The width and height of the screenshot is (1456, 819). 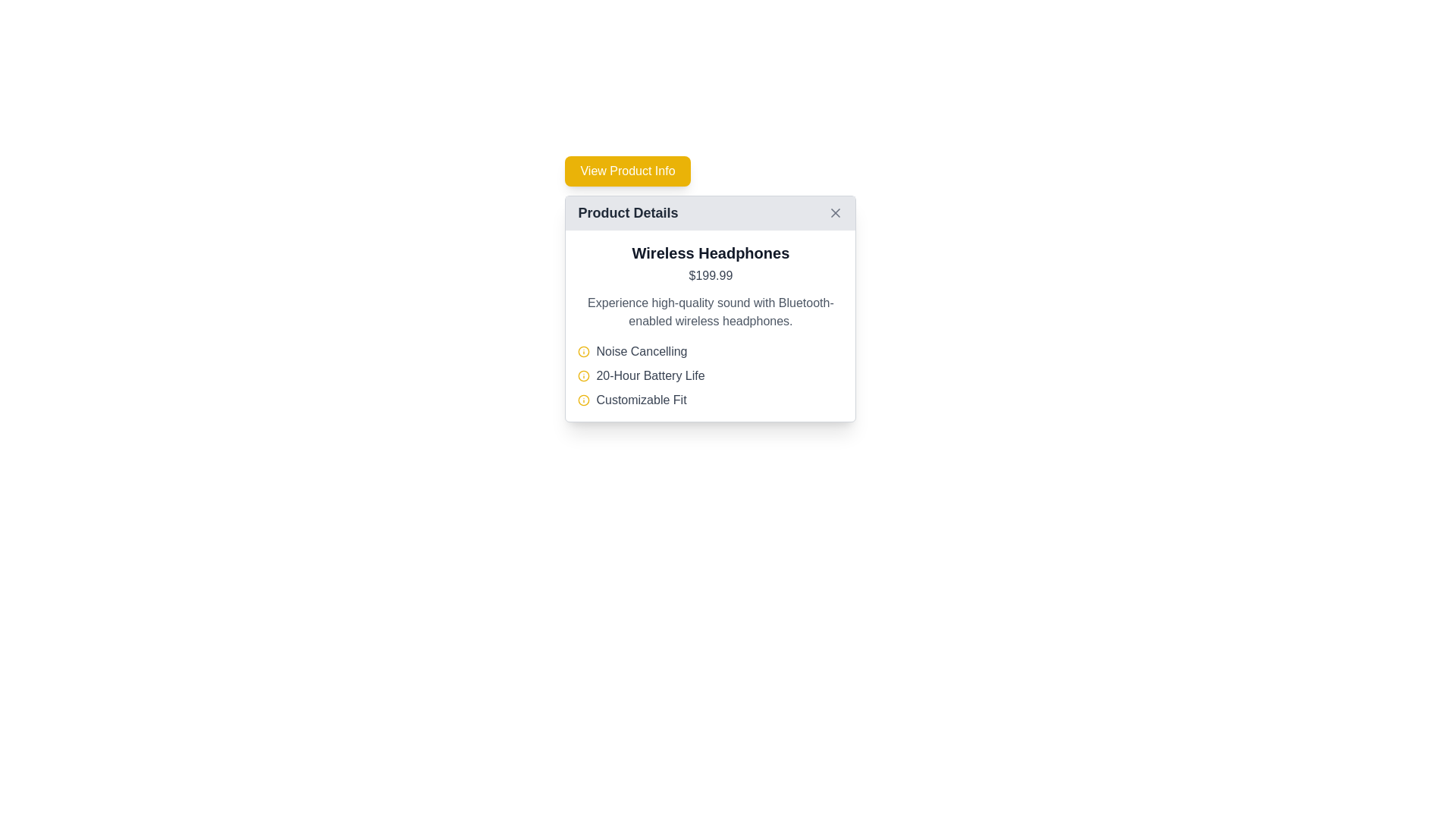 I want to click on the yellow circular icon with an 'i' symbol located to the left of the 'Customizable Fit' label, so click(x=583, y=400).